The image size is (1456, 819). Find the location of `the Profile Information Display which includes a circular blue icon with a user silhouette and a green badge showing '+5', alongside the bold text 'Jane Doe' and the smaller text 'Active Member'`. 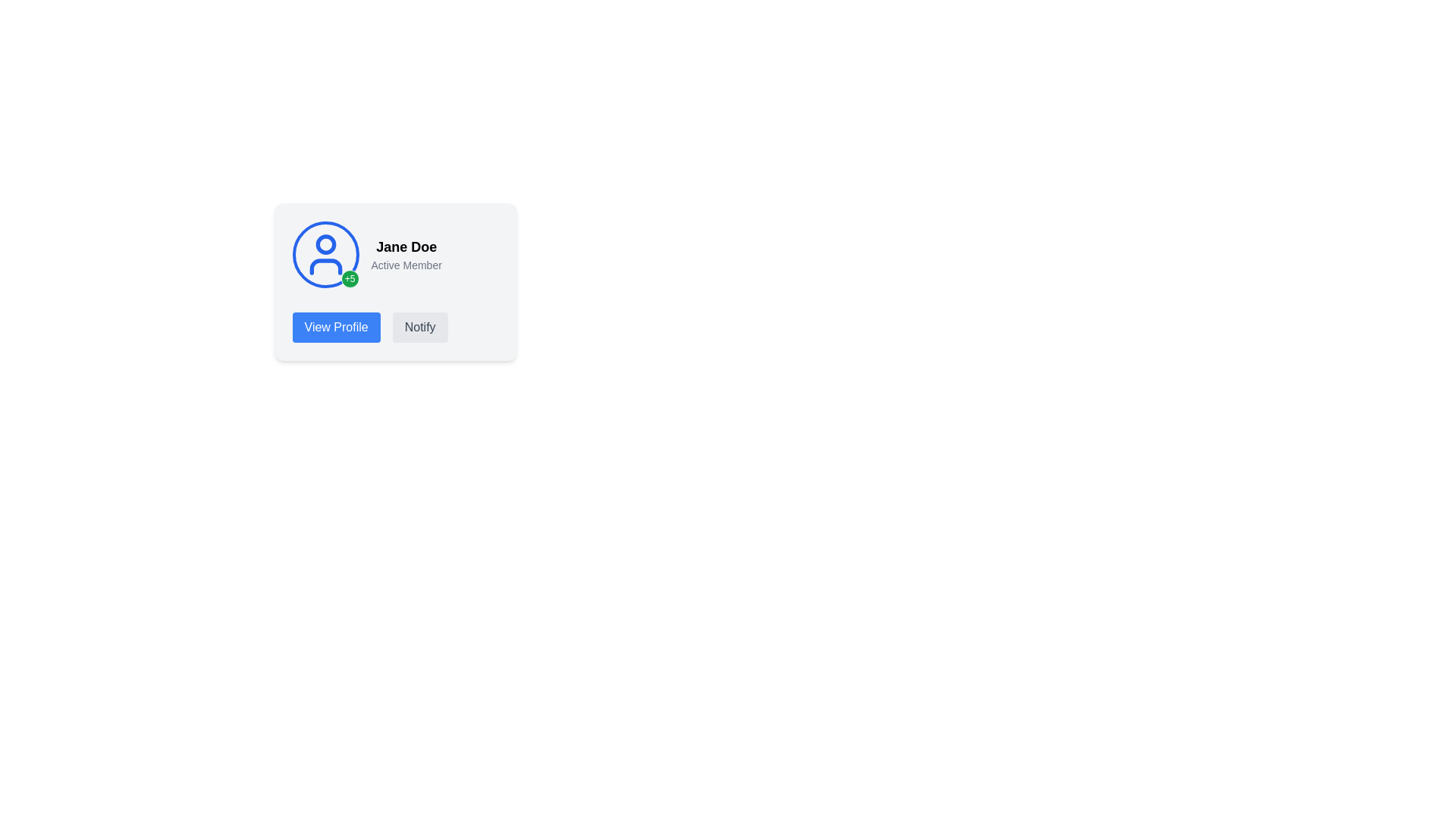

the Profile Information Display which includes a circular blue icon with a user silhouette and a green badge showing '+5', alongside the bold text 'Jane Doe' and the smaller text 'Active Member' is located at coordinates (395, 253).